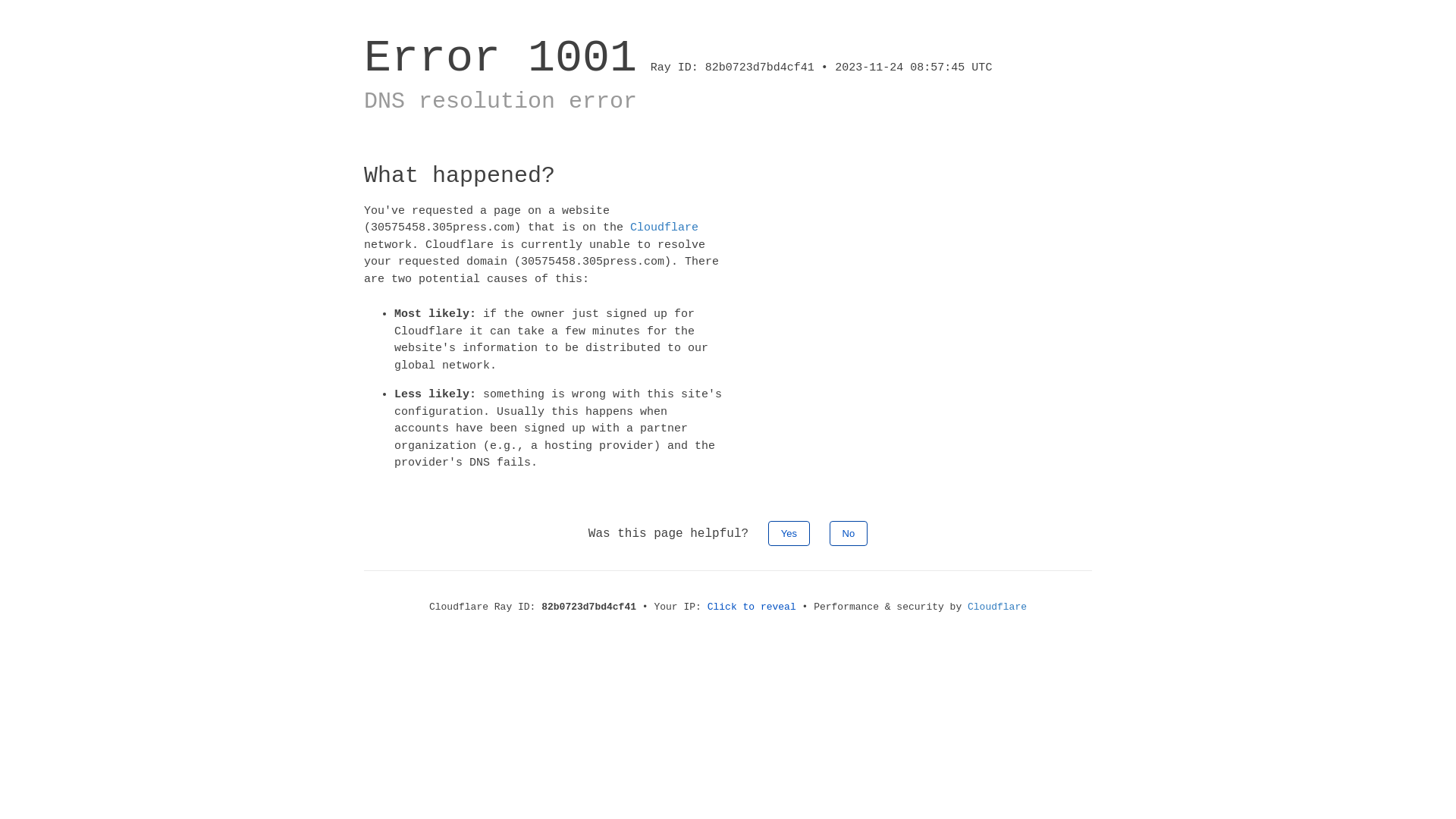 The image size is (1456, 819). What do you see at coordinates (997, 605) in the screenshot?
I see `'Cloudflare'` at bounding box center [997, 605].